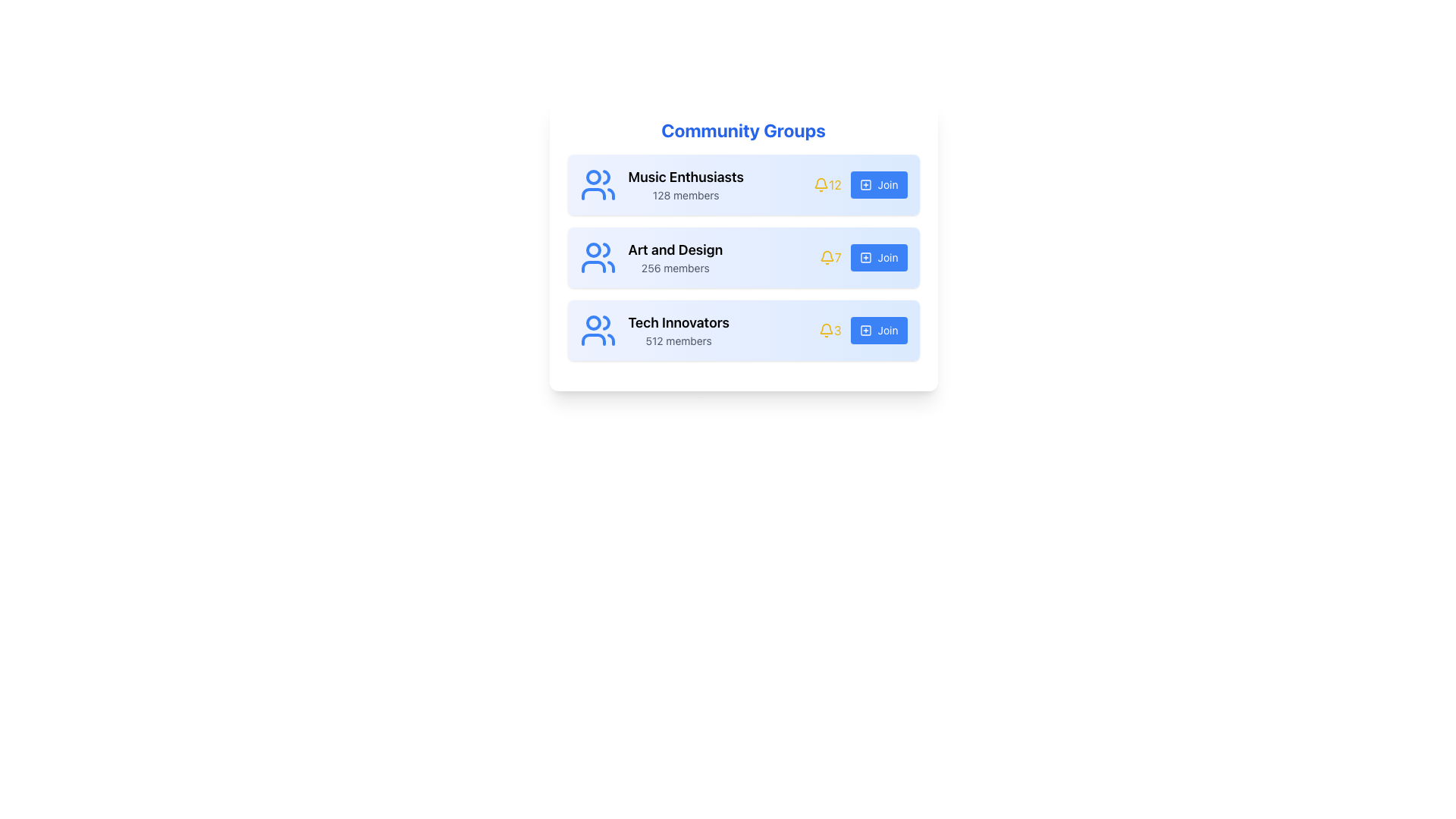 This screenshot has height=819, width=1456. I want to click on the 'Music Enthusiasts' group information panel to trigger visual feedback, so click(743, 184).